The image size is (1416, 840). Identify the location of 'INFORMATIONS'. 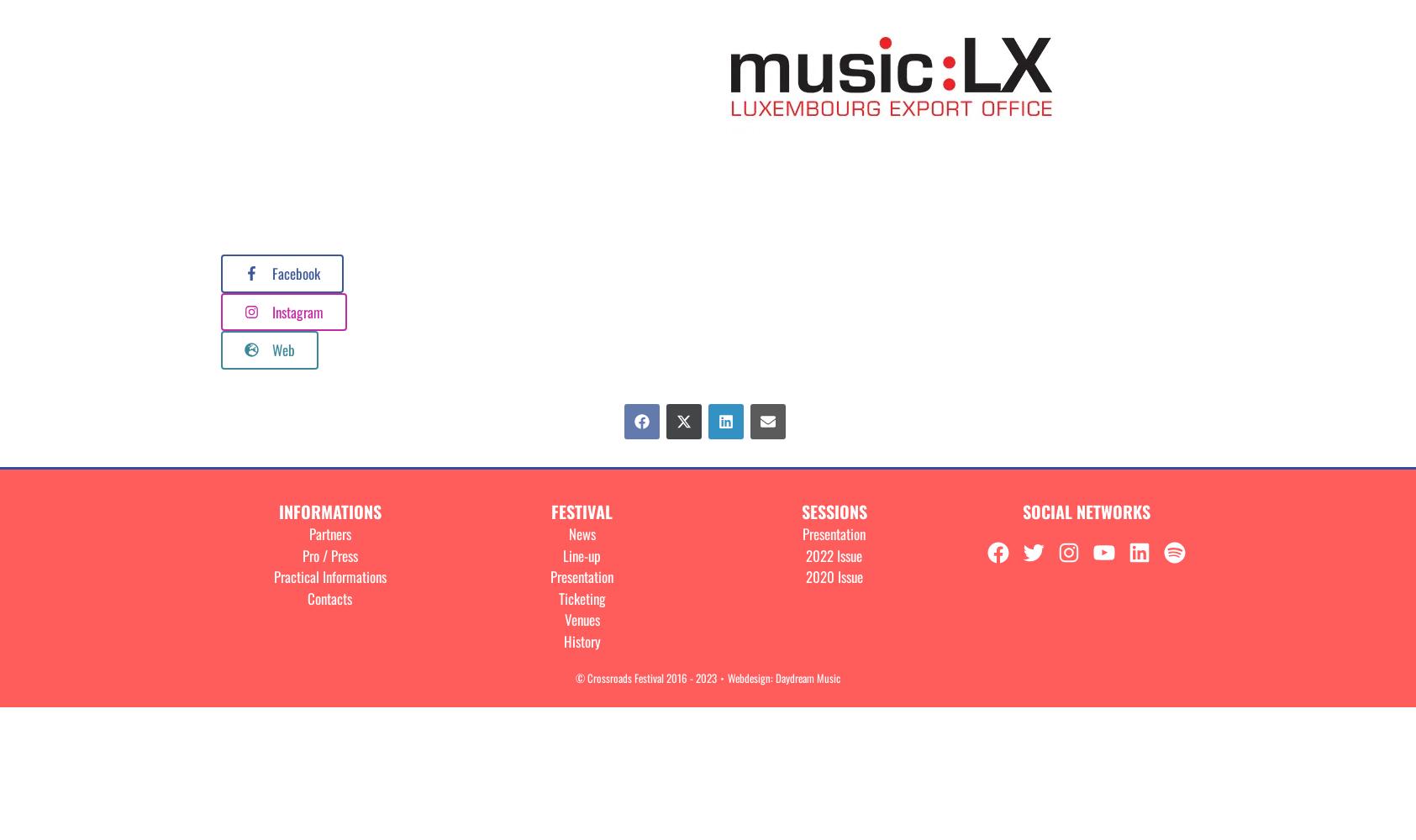
(328, 511).